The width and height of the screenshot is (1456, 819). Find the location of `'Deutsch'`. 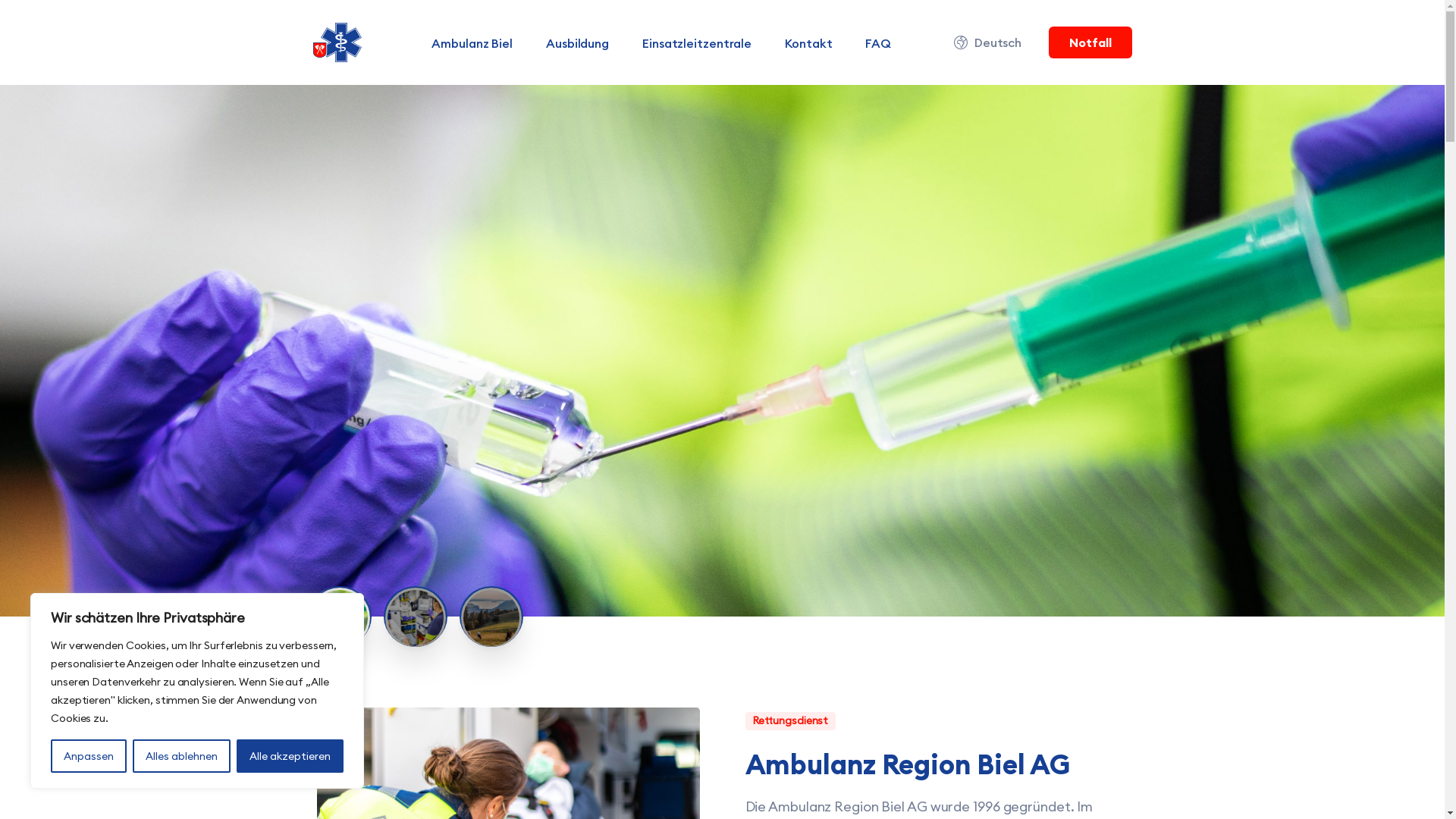

'Deutsch' is located at coordinates (989, 42).